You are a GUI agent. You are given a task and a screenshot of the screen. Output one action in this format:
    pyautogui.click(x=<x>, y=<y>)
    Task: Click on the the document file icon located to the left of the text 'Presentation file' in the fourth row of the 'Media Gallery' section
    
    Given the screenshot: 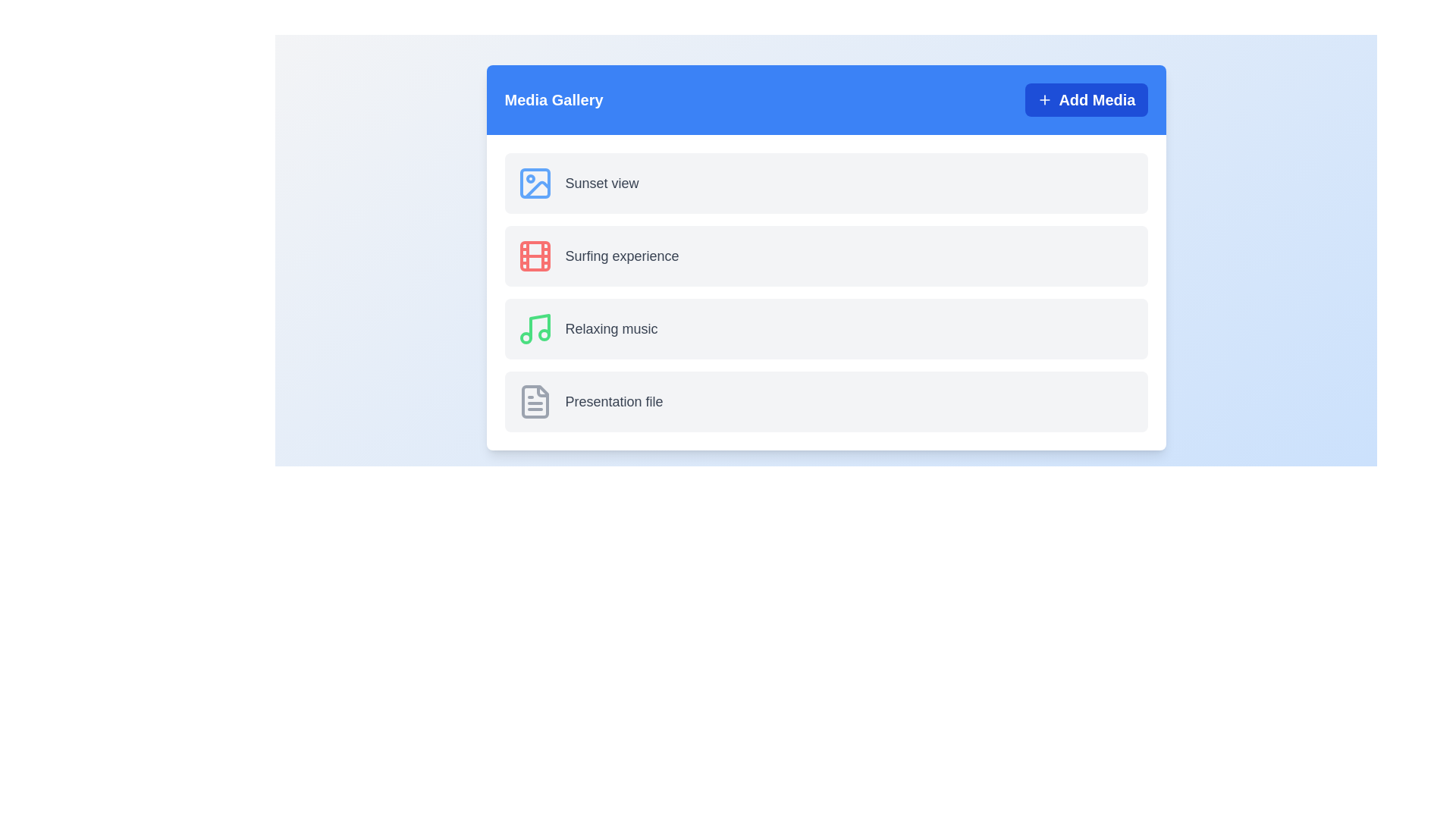 What is the action you would take?
    pyautogui.click(x=535, y=400)
    